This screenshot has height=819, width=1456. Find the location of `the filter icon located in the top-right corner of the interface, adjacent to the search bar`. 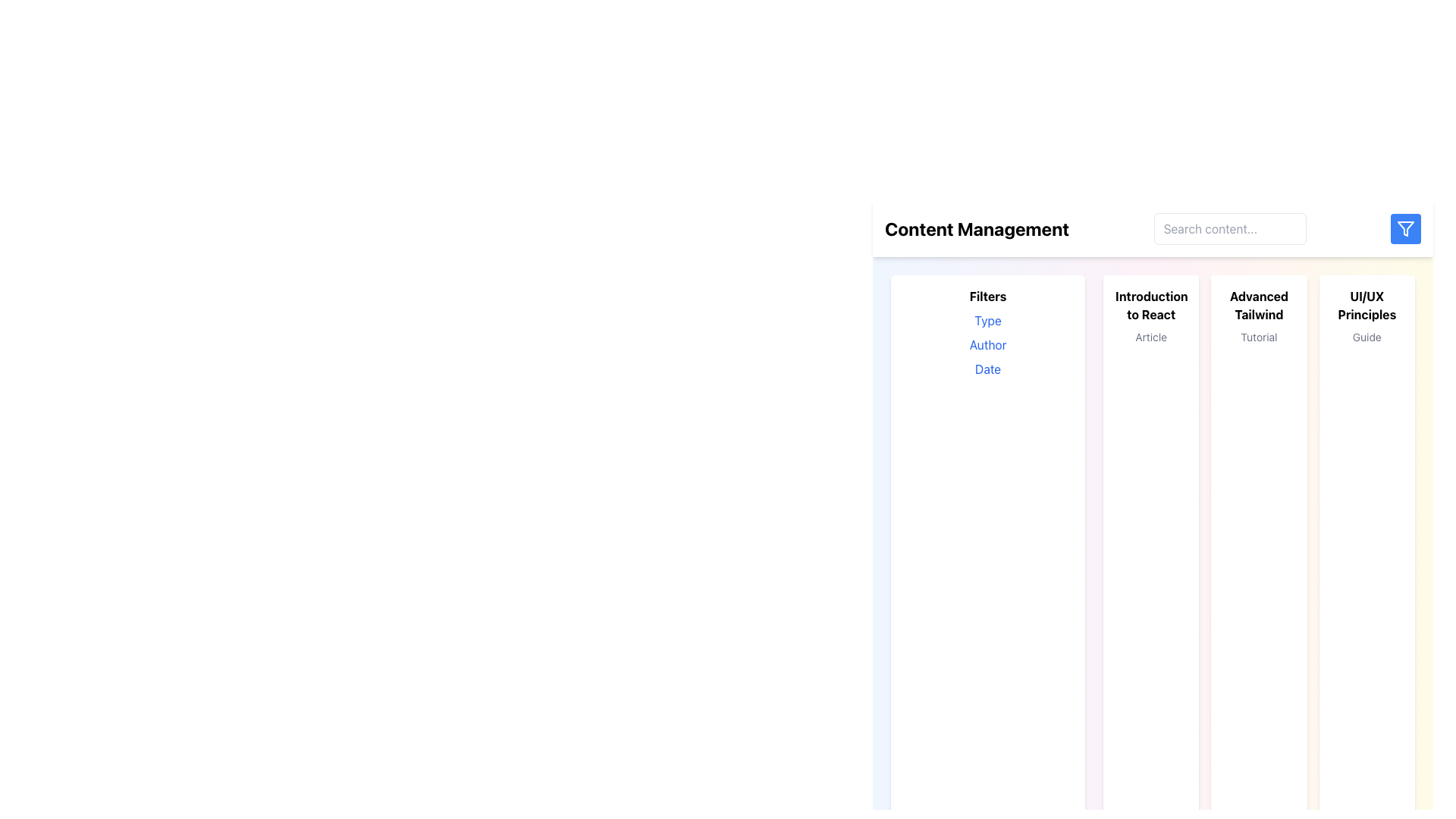

the filter icon located in the top-right corner of the interface, adjacent to the search bar is located at coordinates (1404, 228).